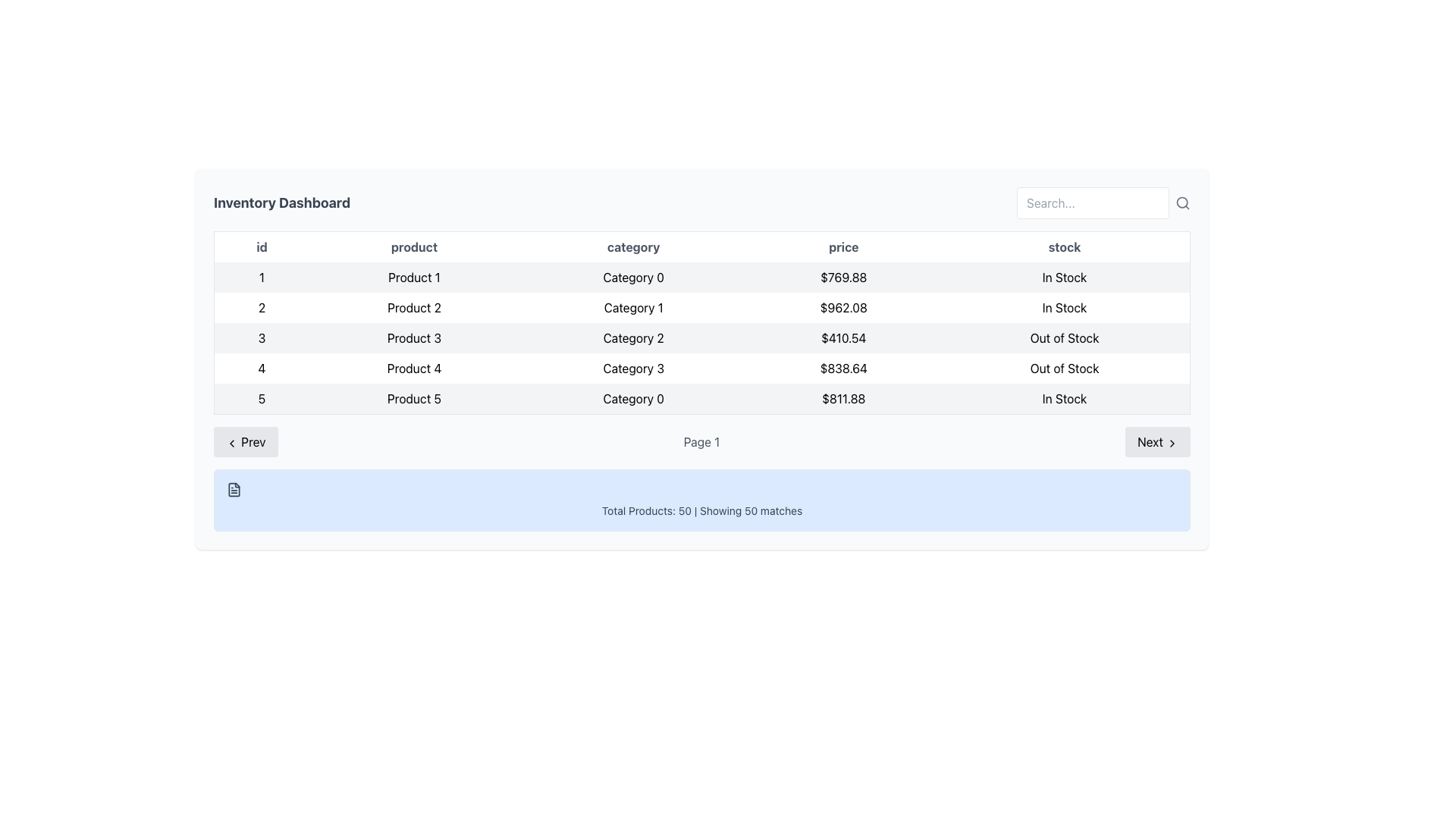  I want to click on the file icon graphic component, which is part of an SVG group within the blue background section of the interface, so click(233, 489).